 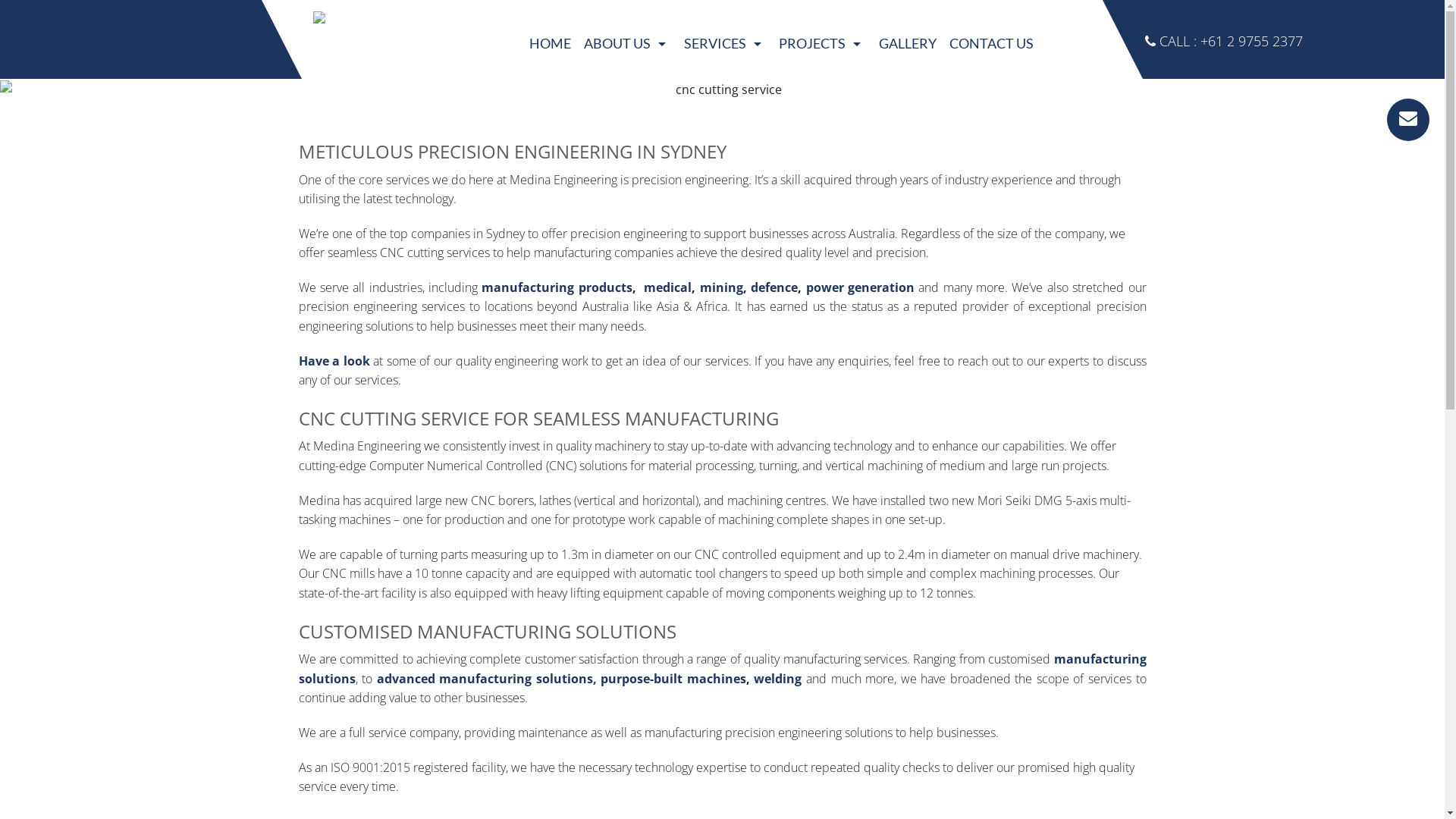 What do you see at coordinates (676, 259) in the screenshot?
I see `'VIBRATION STRESS RELIEVING'` at bounding box center [676, 259].